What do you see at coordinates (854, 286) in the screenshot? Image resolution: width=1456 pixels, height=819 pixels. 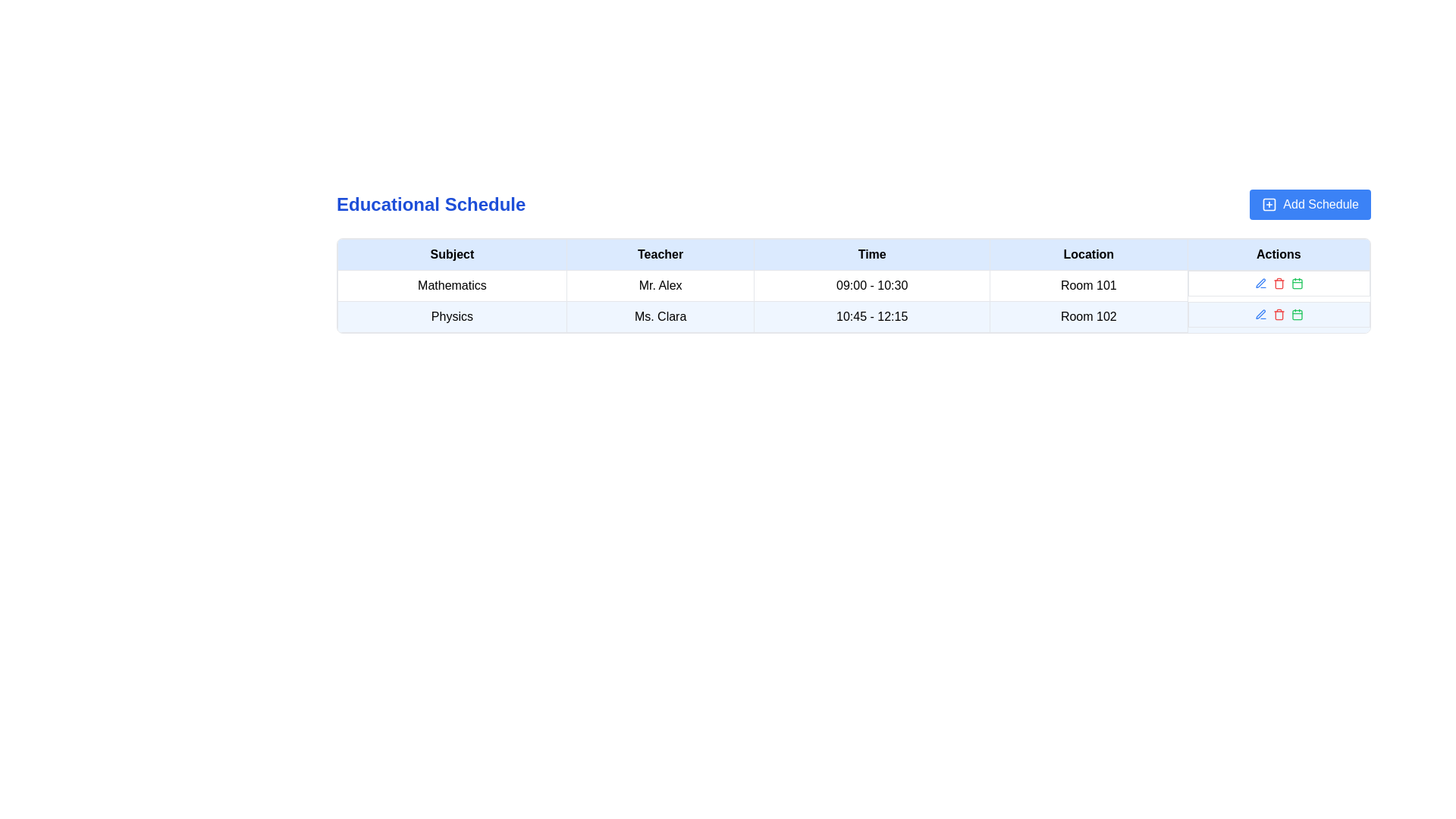 I see `the first row of the Educational Schedule table, which has a light blue background and contains columns for 'Mathematics', 'Mr. Alex', '09:00 - 10:30', and 'Room 101'` at bounding box center [854, 286].